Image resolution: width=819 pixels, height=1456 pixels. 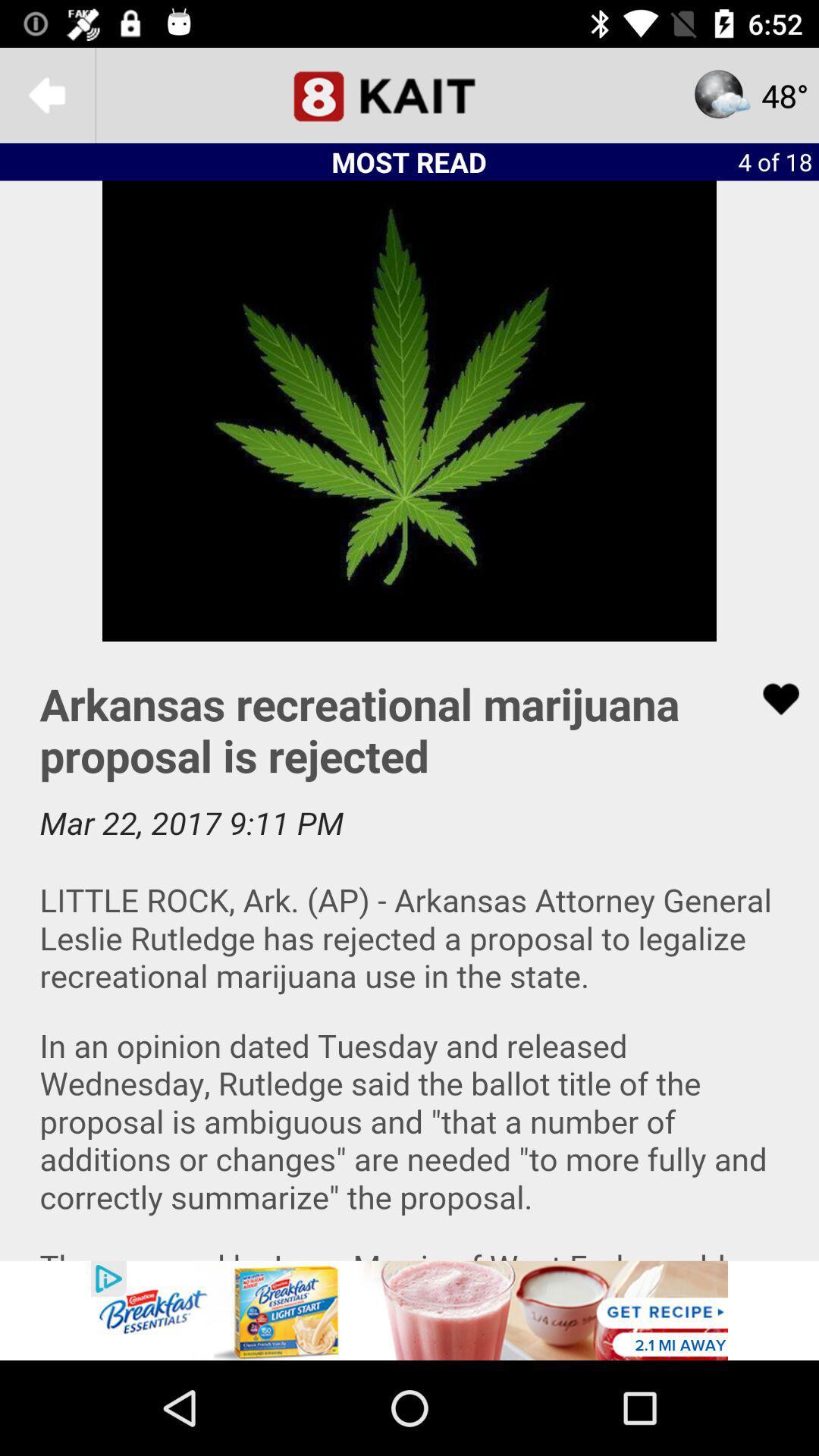 I want to click on the favorite icon, so click(x=771, y=698).